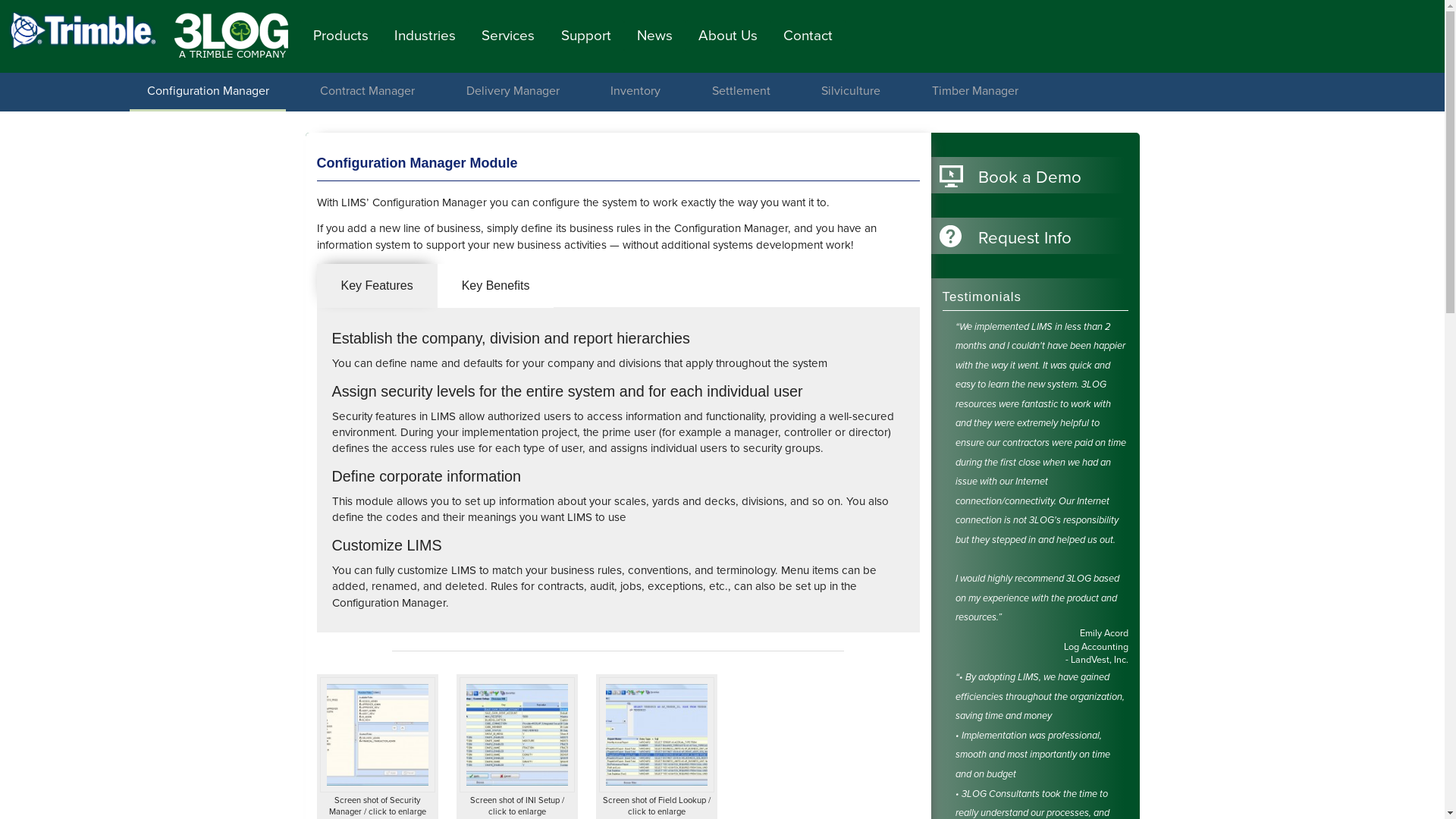 This screenshot has width=1456, height=819. What do you see at coordinates (425, 35) in the screenshot?
I see `'Industries'` at bounding box center [425, 35].